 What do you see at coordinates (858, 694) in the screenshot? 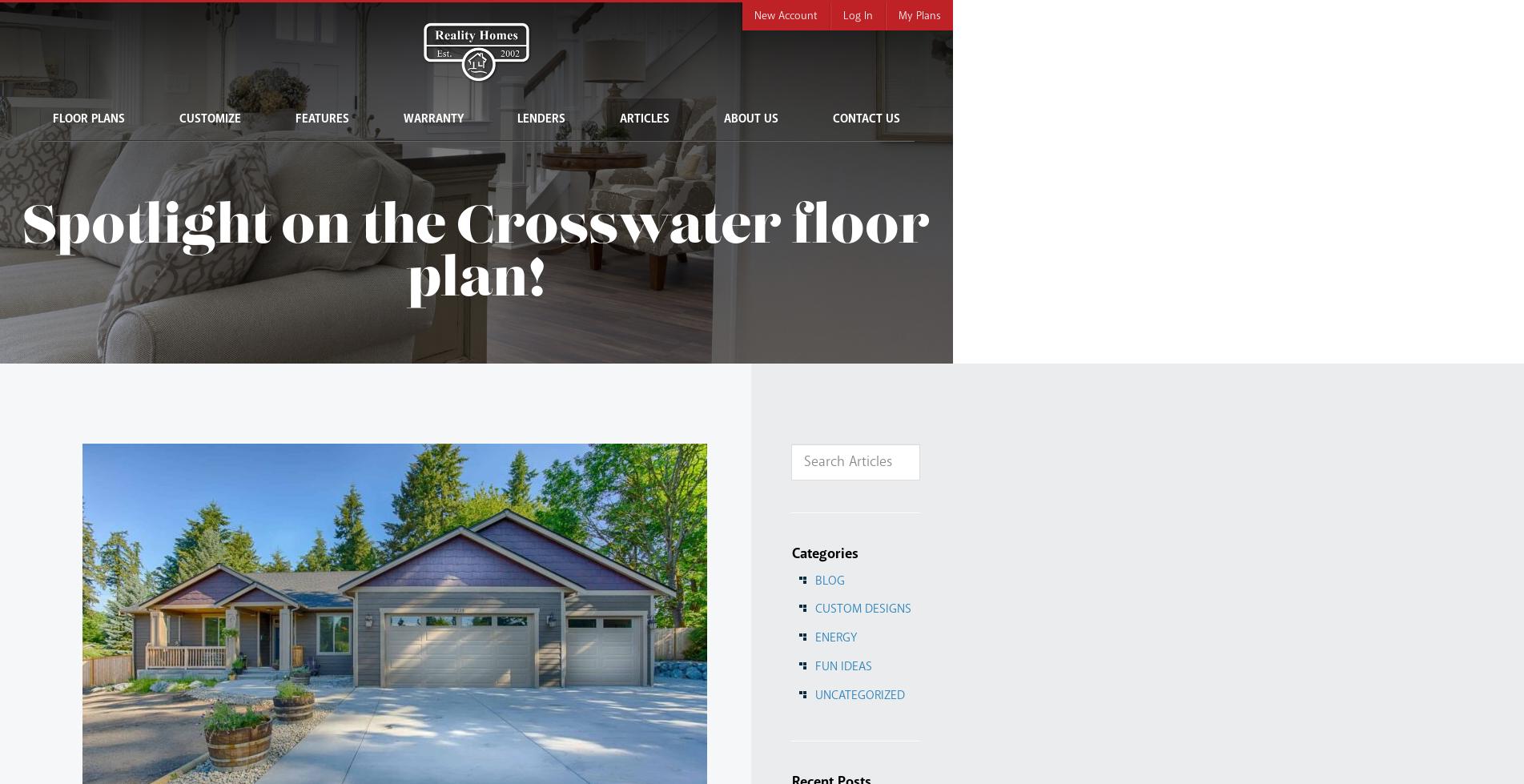
I see `'Uncategorized'` at bounding box center [858, 694].